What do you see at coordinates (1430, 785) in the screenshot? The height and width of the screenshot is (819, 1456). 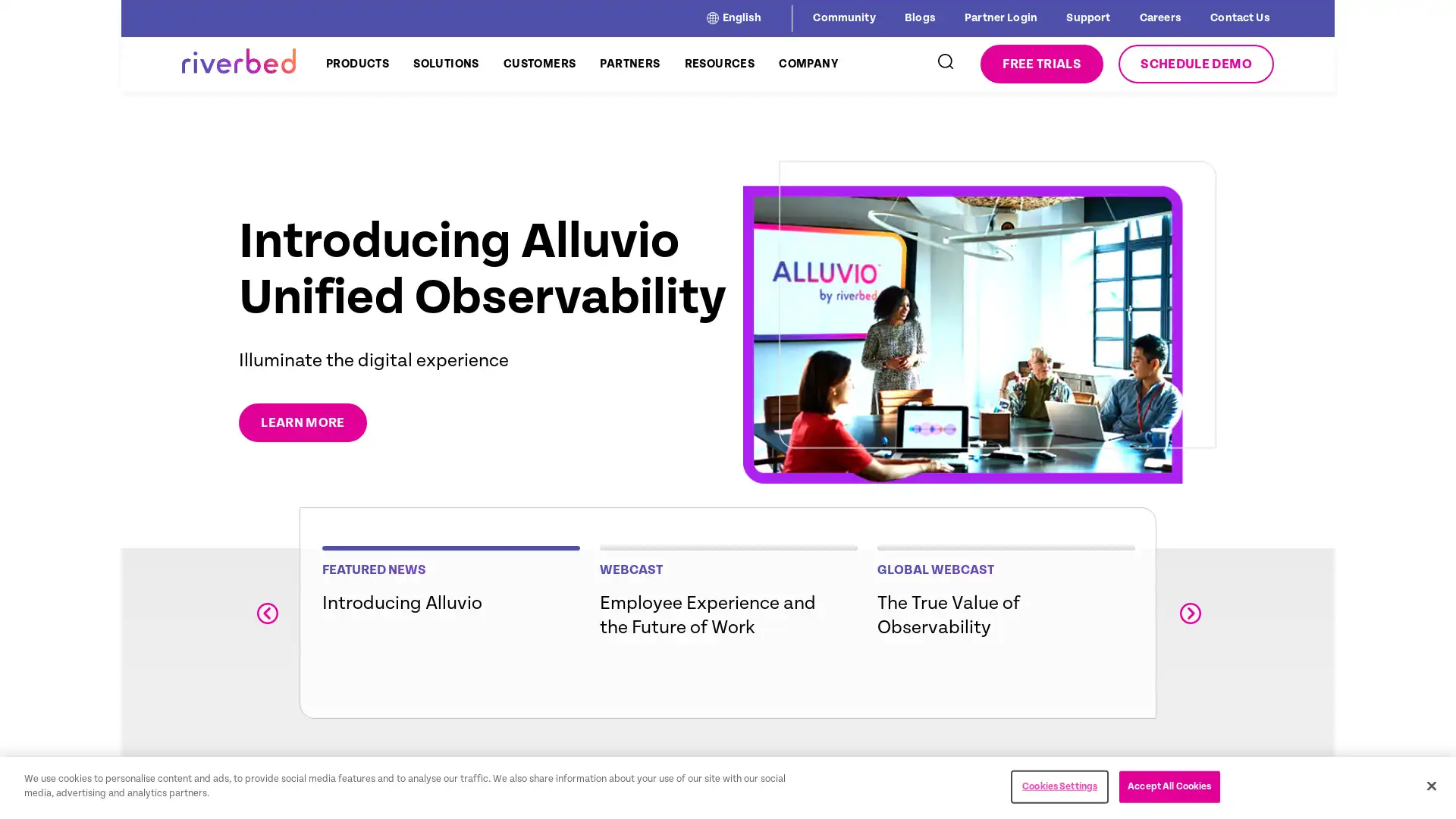 I see `Close` at bounding box center [1430, 785].